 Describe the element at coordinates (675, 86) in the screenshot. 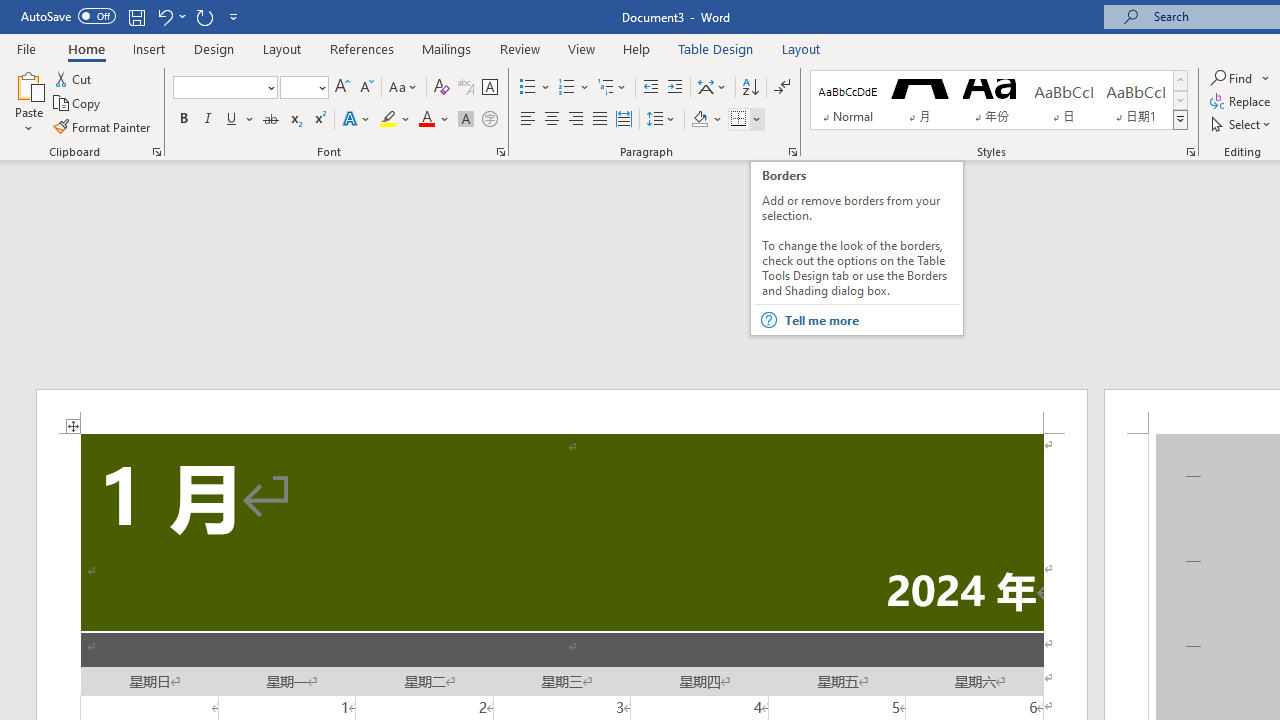

I see `'Increase Indent'` at that location.